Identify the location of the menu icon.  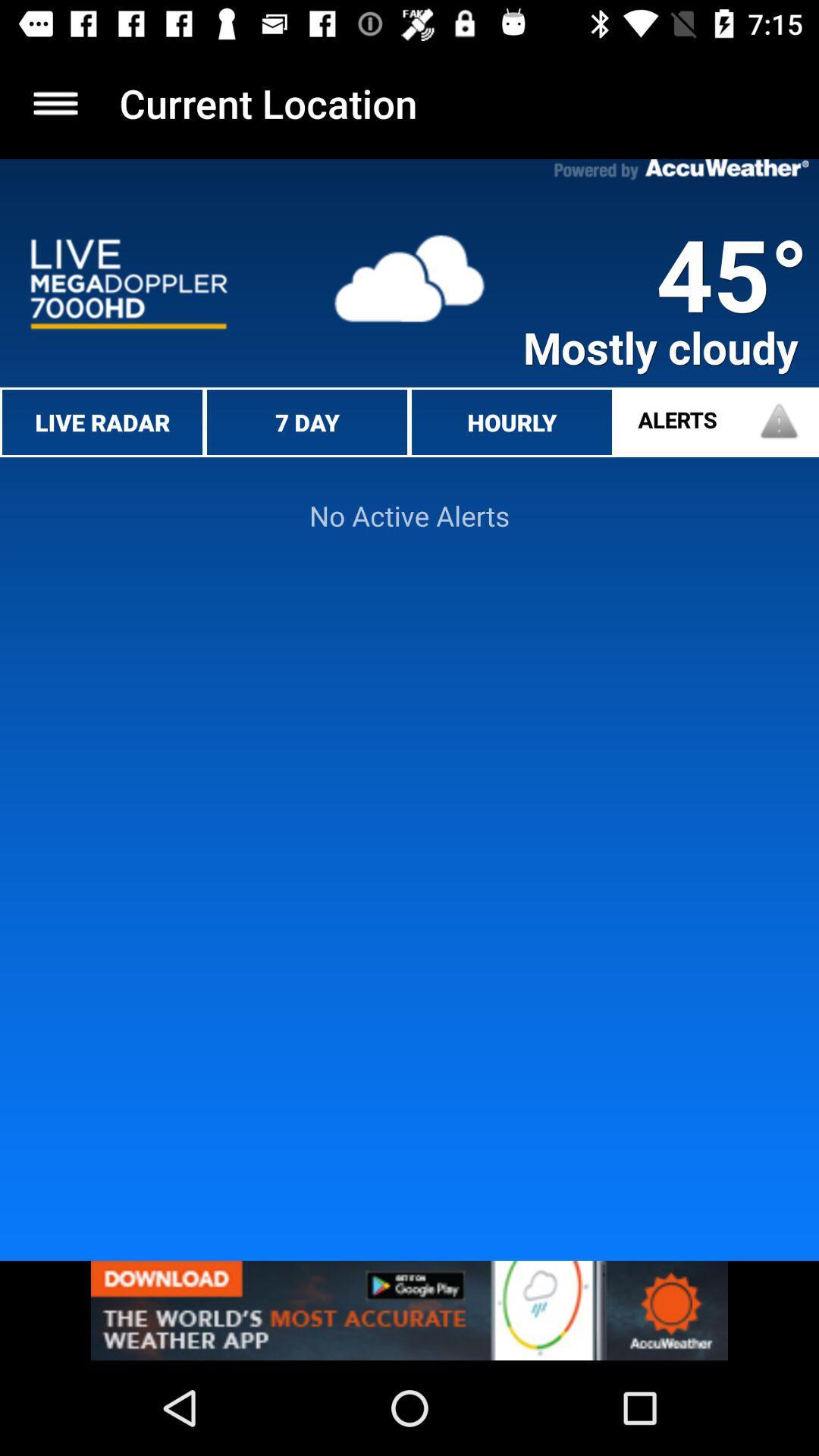
(55, 102).